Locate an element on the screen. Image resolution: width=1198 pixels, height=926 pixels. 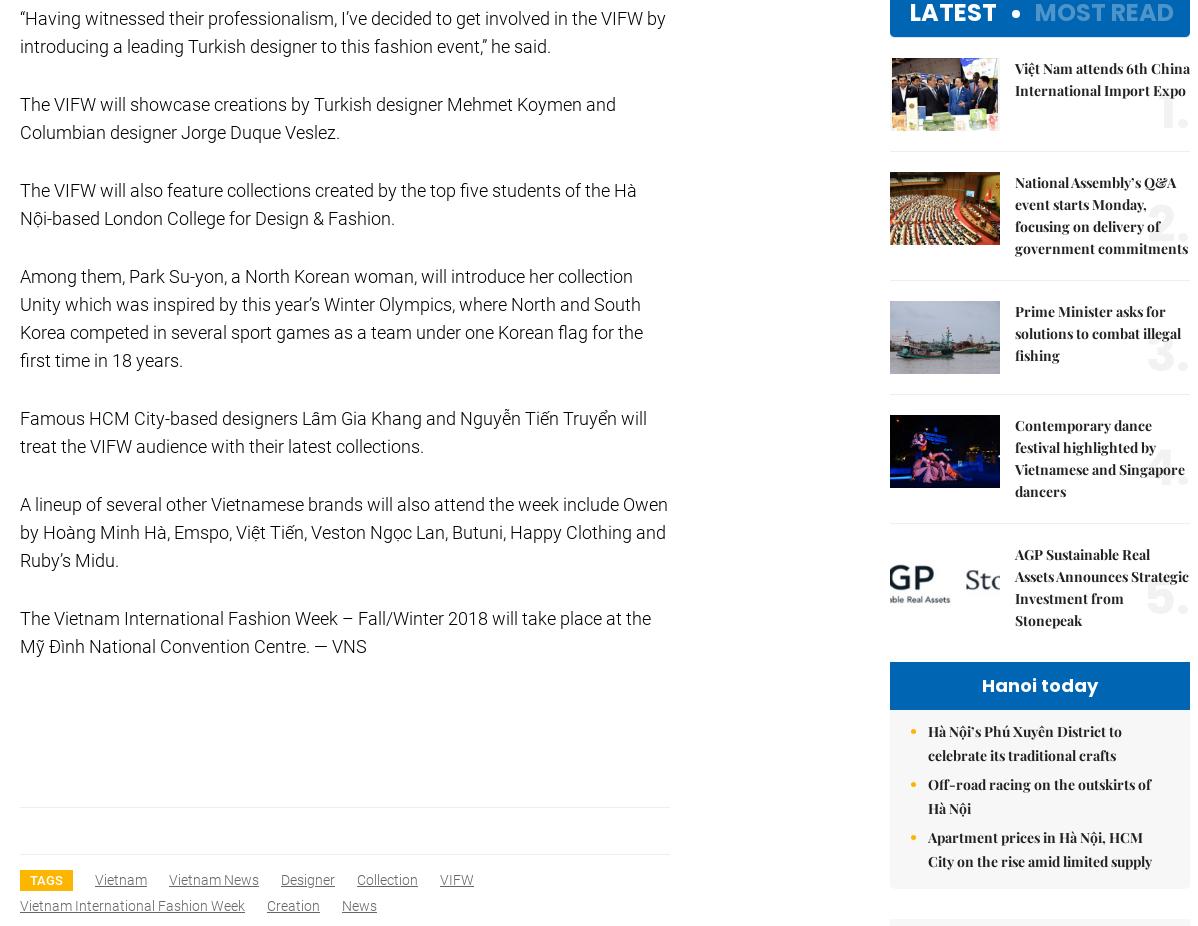
'Copyrights 2012 Viet Nam News. All rights reserved.' is located at coordinates (183, 86).